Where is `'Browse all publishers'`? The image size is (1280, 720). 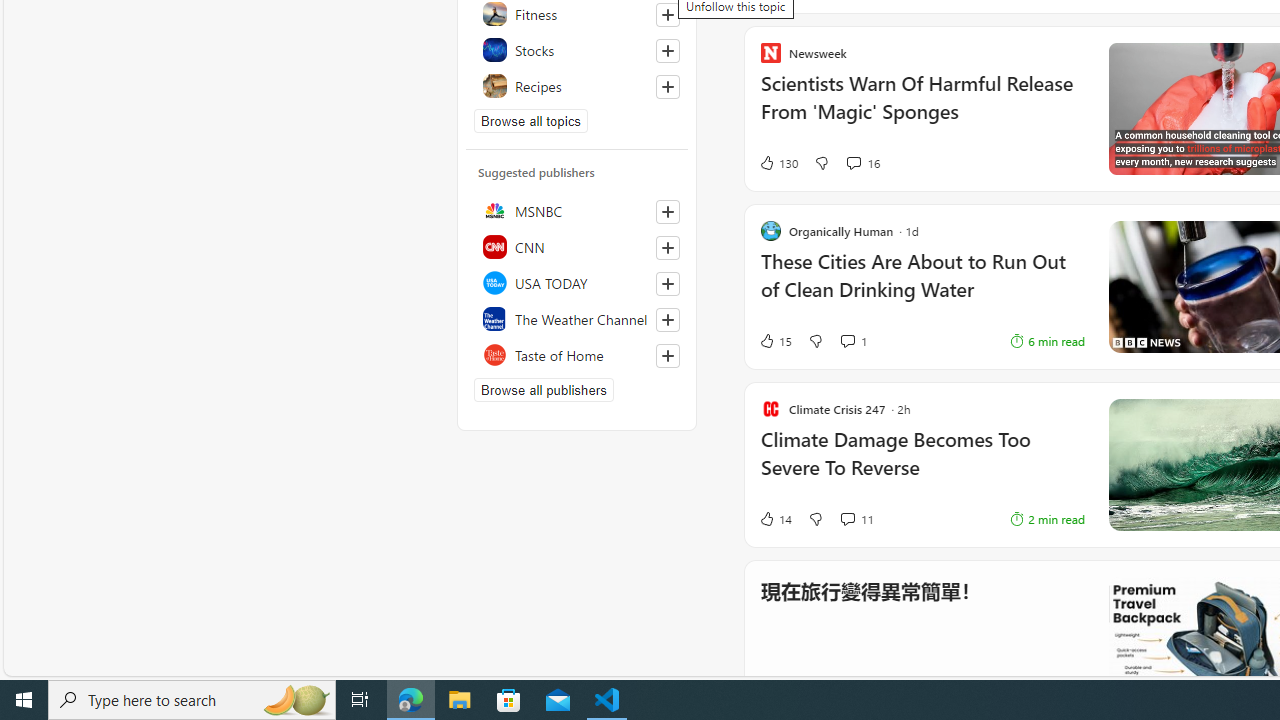 'Browse all publishers' is located at coordinates (544, 389).